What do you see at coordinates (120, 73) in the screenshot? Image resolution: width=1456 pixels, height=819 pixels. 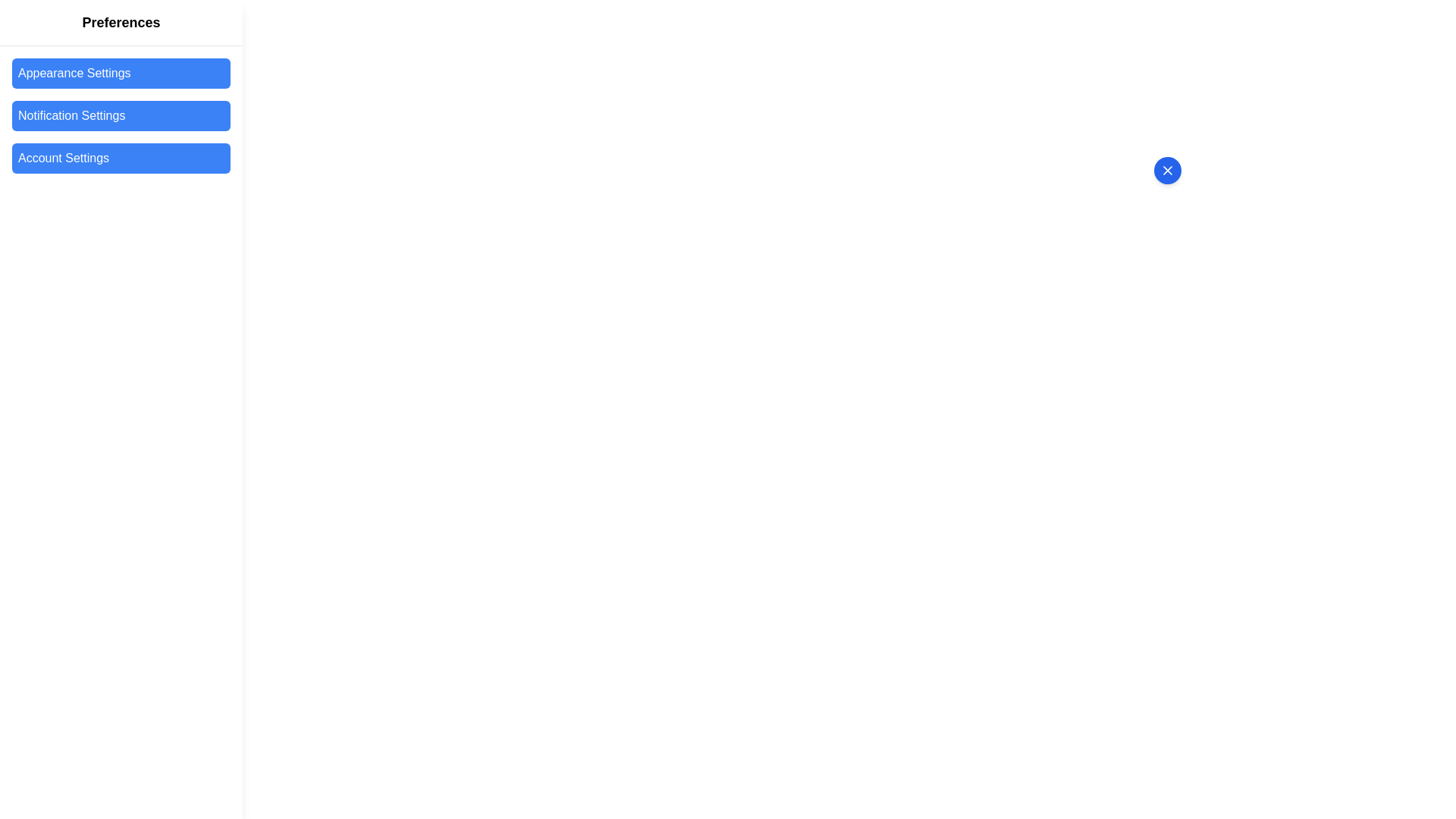 I see `the 'Appearance Settings' button, which is the first button in the list under the 'Preferences' section` at bounding box center [120, 73].